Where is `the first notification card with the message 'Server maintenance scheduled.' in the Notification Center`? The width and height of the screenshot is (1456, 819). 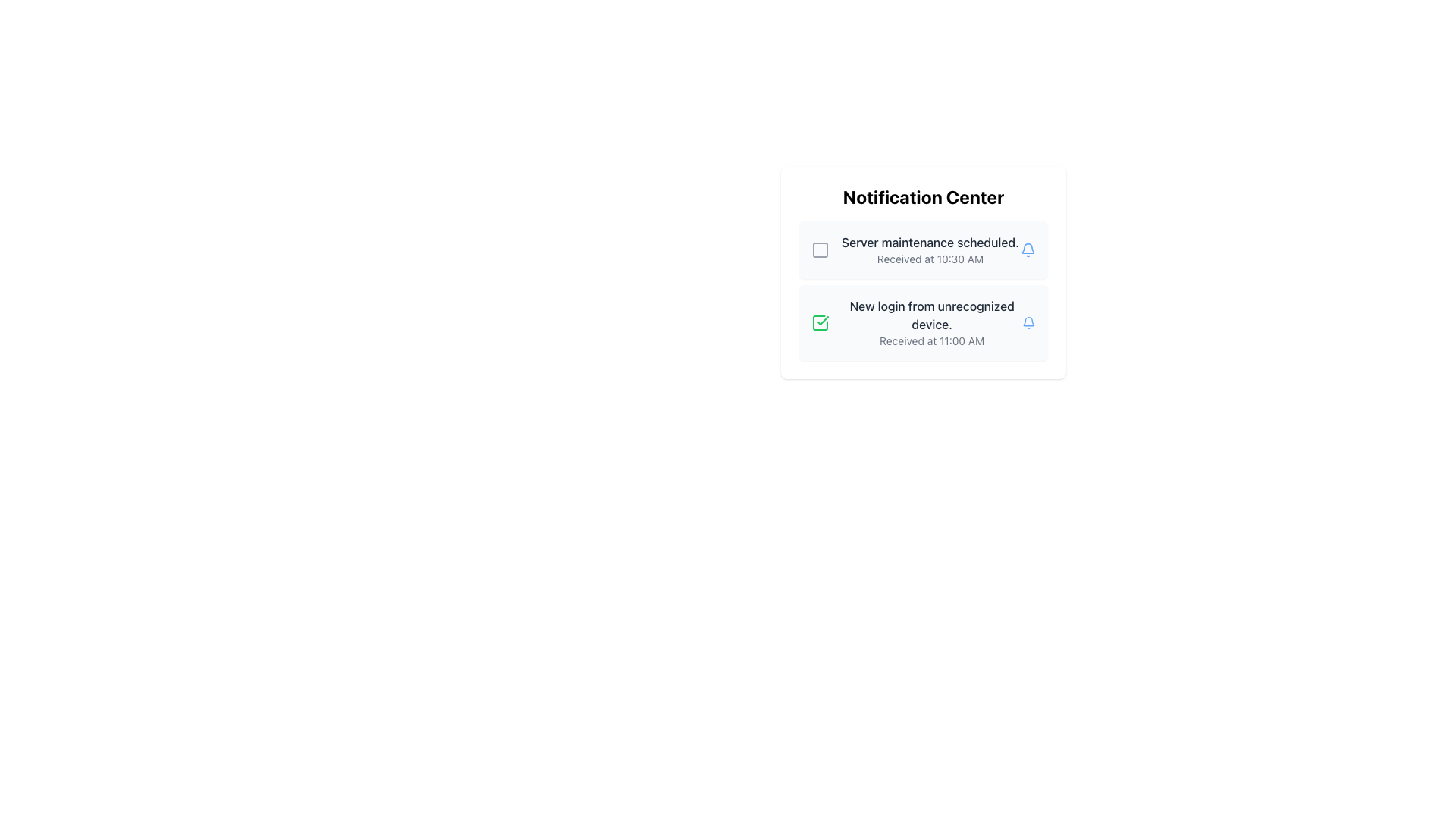
the first notification card with the message 'Server maintenance scheduled.' in the Notification Center is located at coordinates (923, 249).